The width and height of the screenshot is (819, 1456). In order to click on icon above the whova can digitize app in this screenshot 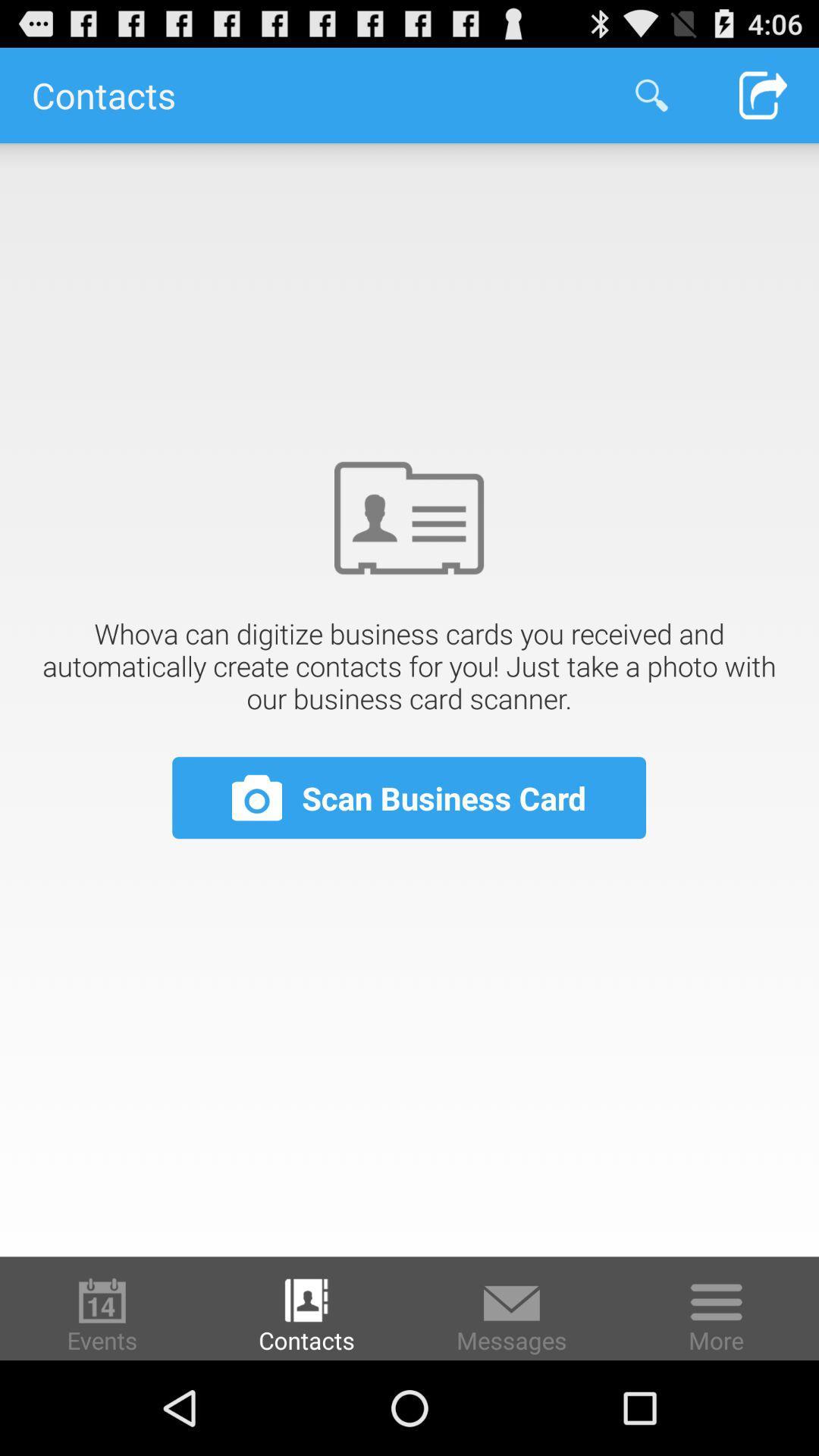, I will do `click(763, 94)`.